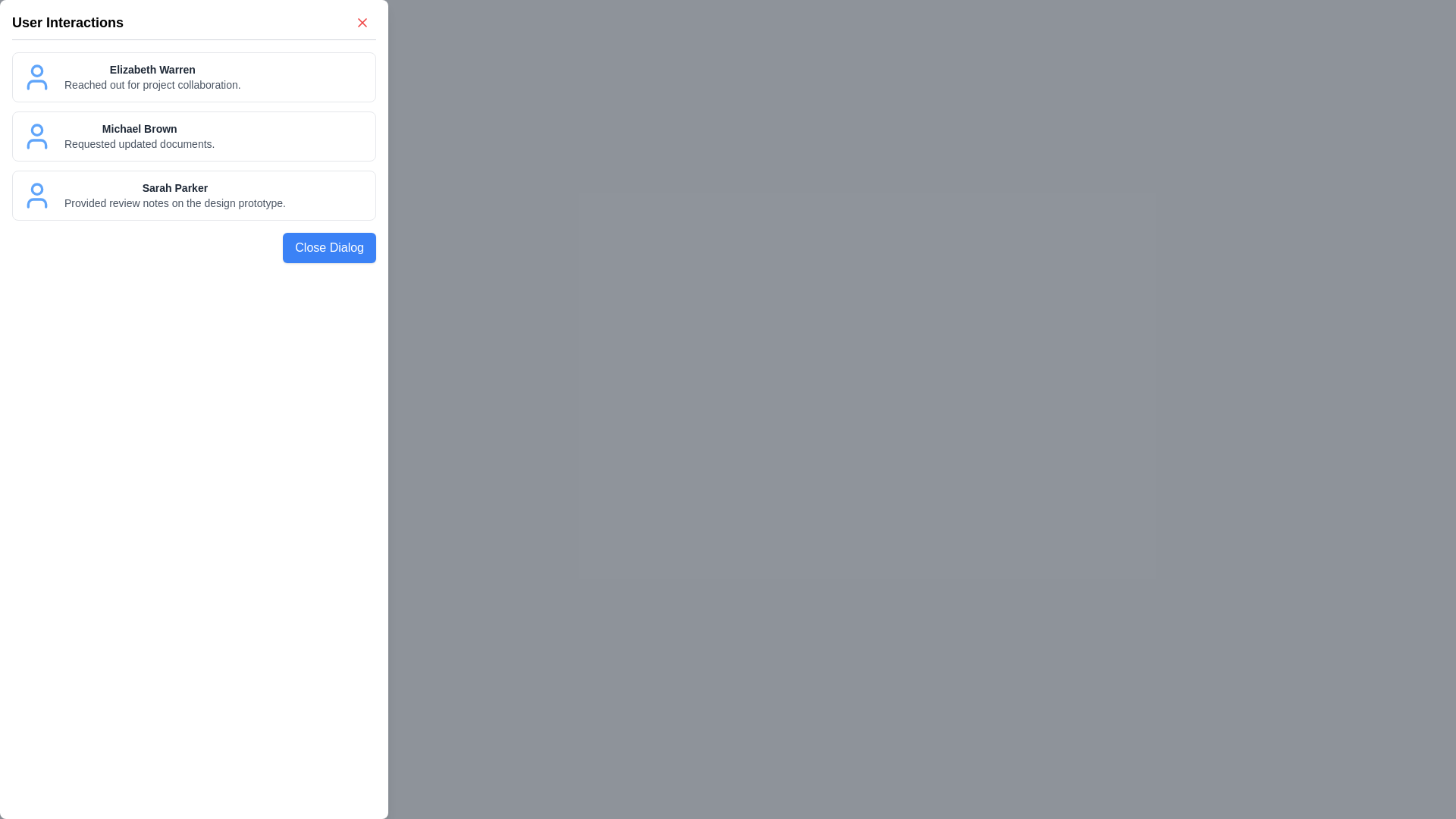 This screenshot has height=819, width=1456. What do you see at coordinates (362, 23) in the screenshot?
I see `the close button (X) to close the dialog` at bounding box center [362, 23].